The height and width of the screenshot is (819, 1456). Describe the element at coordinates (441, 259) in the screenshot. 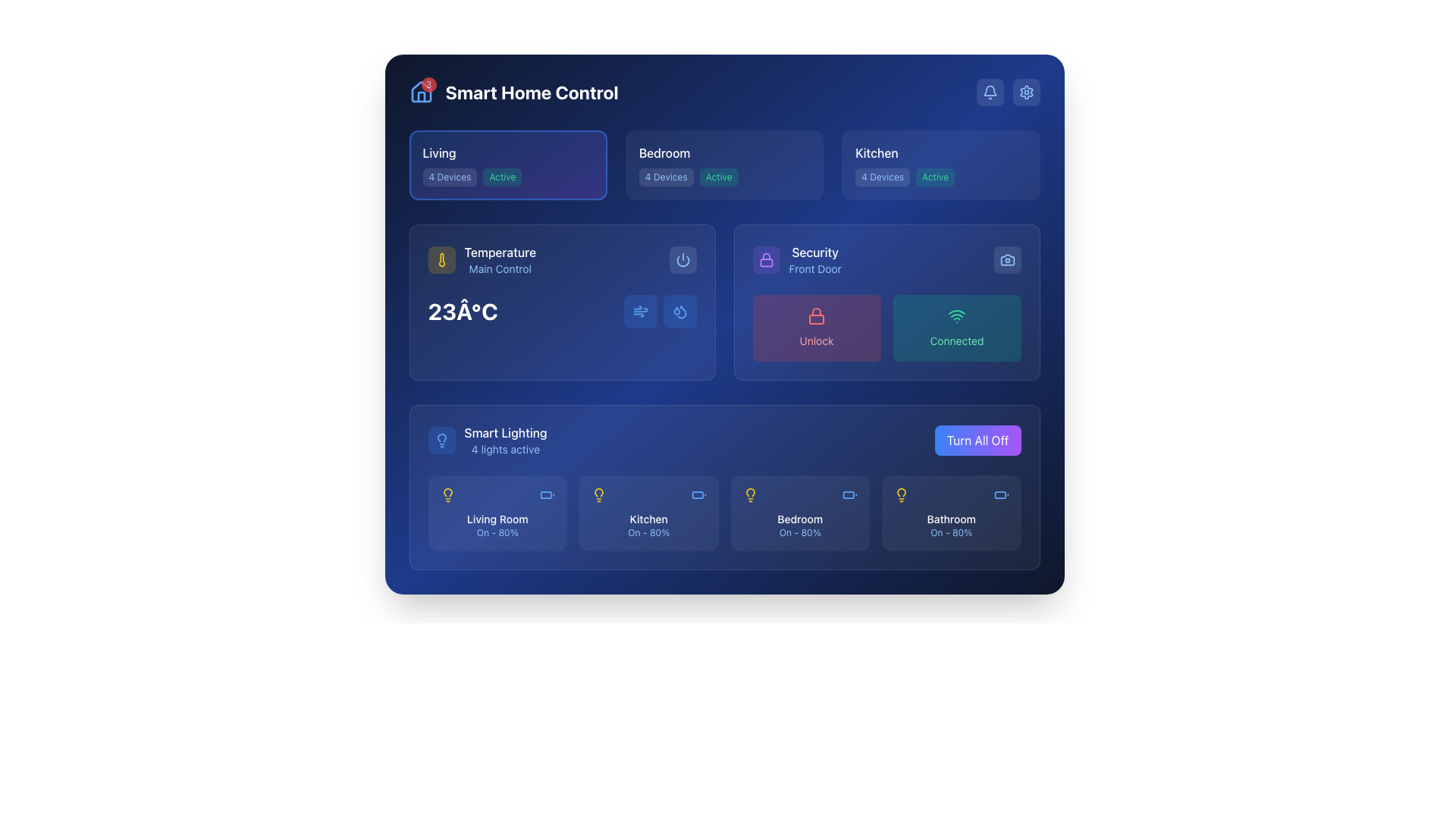

I see `the temperature control icon located in the top-left section of the interface, inside the 'Temperature - Main Control' widget` at that location.